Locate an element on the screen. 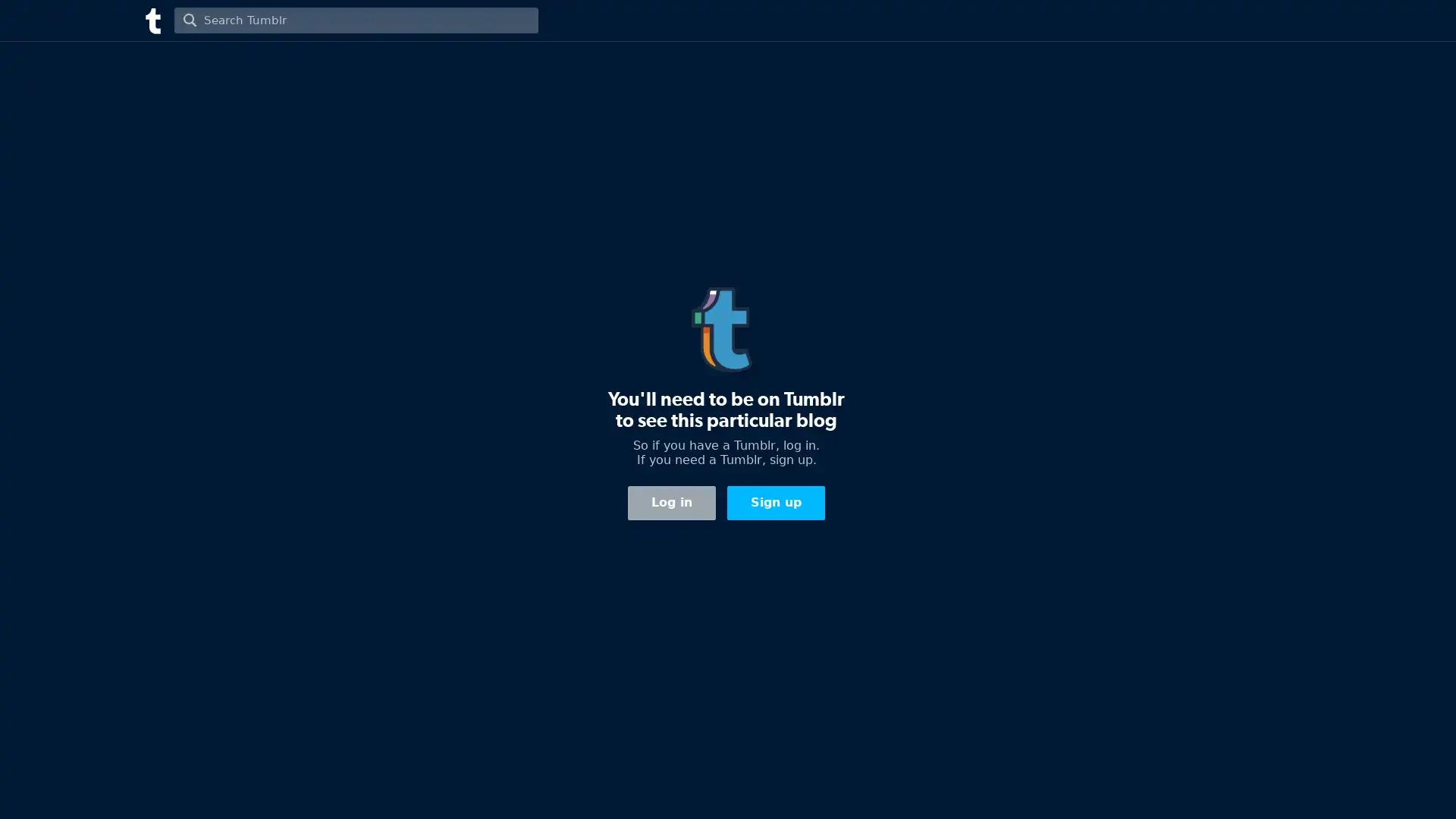  Log in is located at coordinates (671, 503).